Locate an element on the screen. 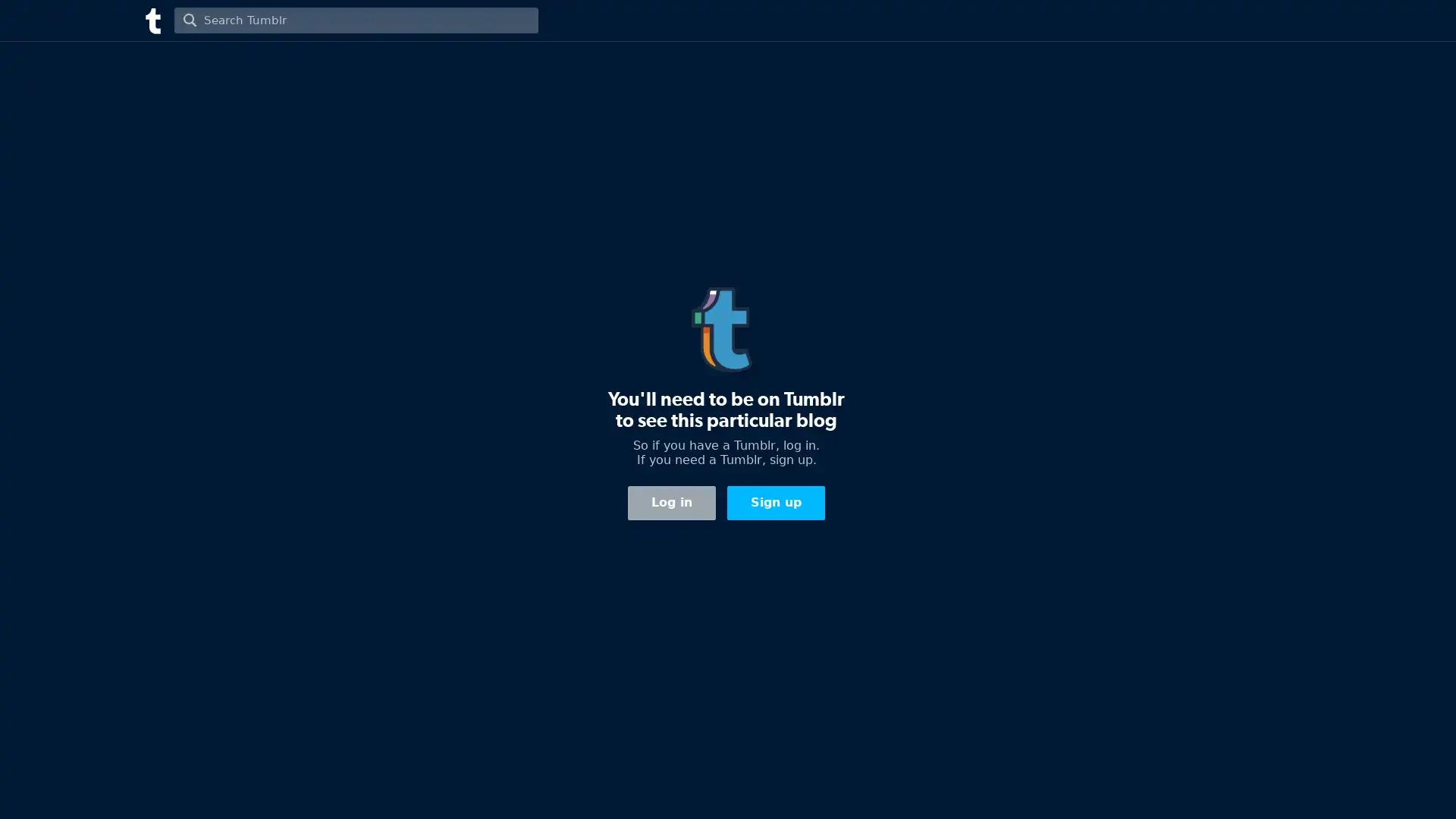  Log in is located at coordinates (671, 503).